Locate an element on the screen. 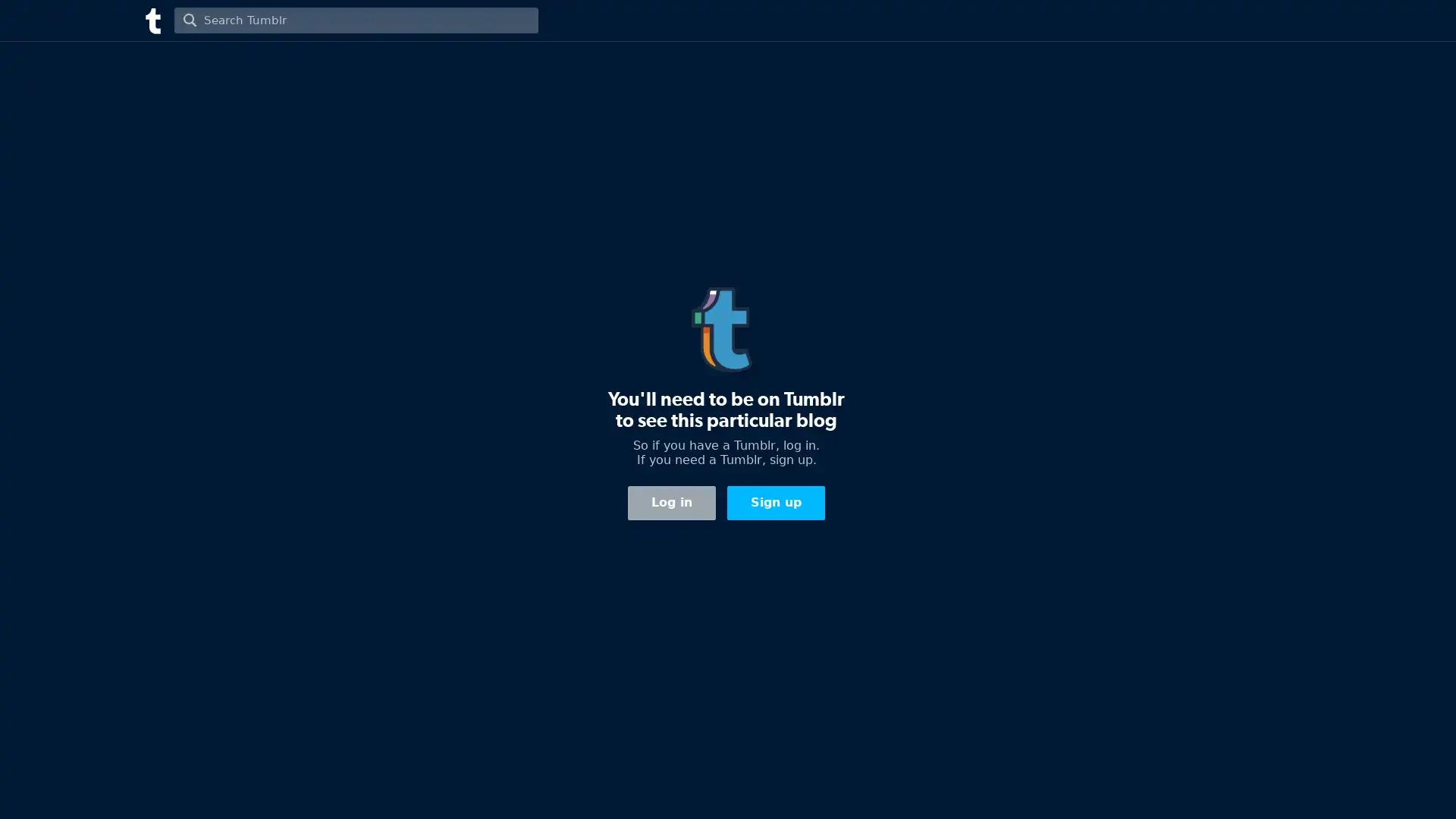  Log in is located at coordinates (671, 503).